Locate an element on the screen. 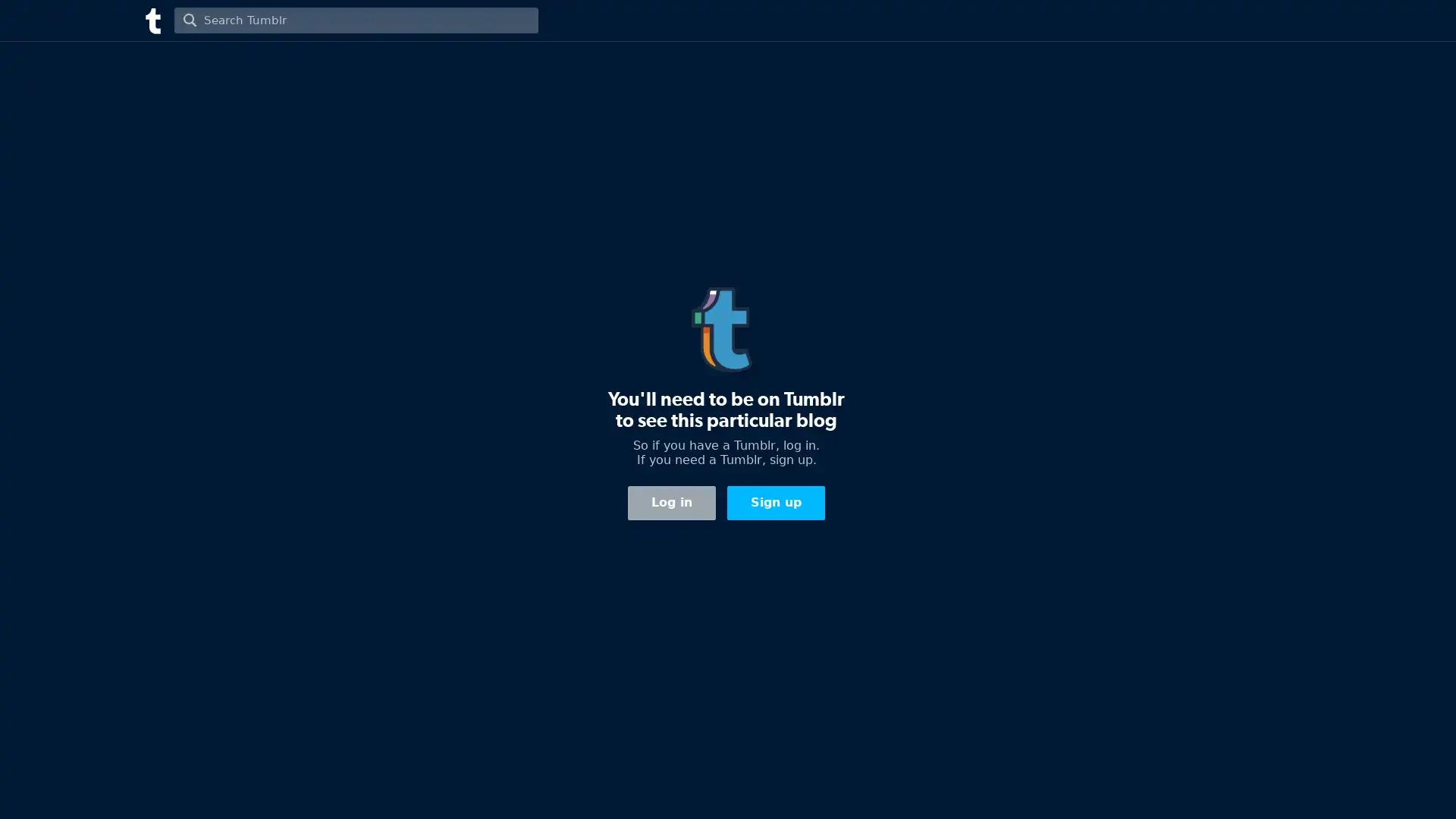  Log in is located at coordinates (671, 503).